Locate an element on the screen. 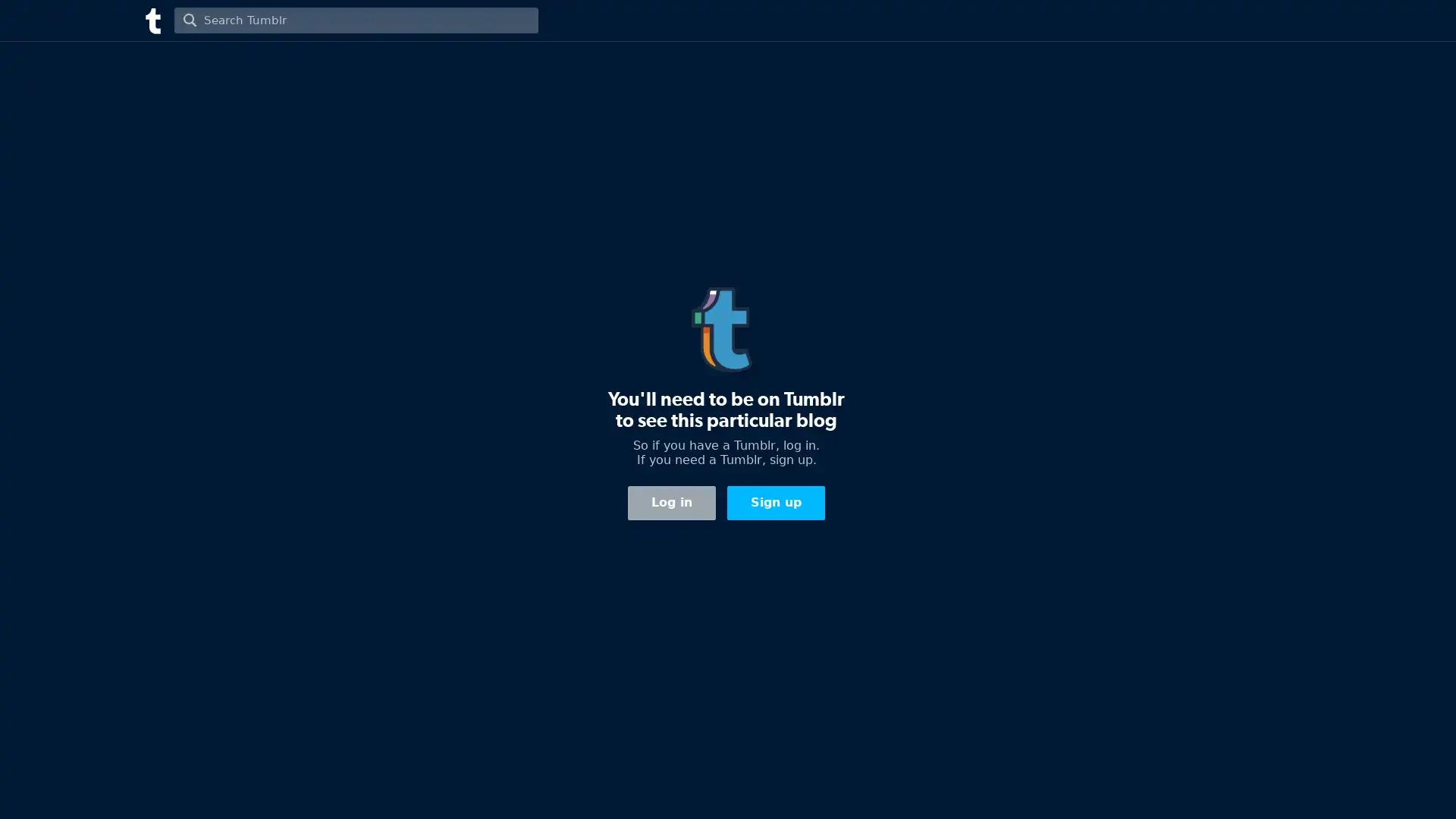  Log in is located at coordinates (671, 503).